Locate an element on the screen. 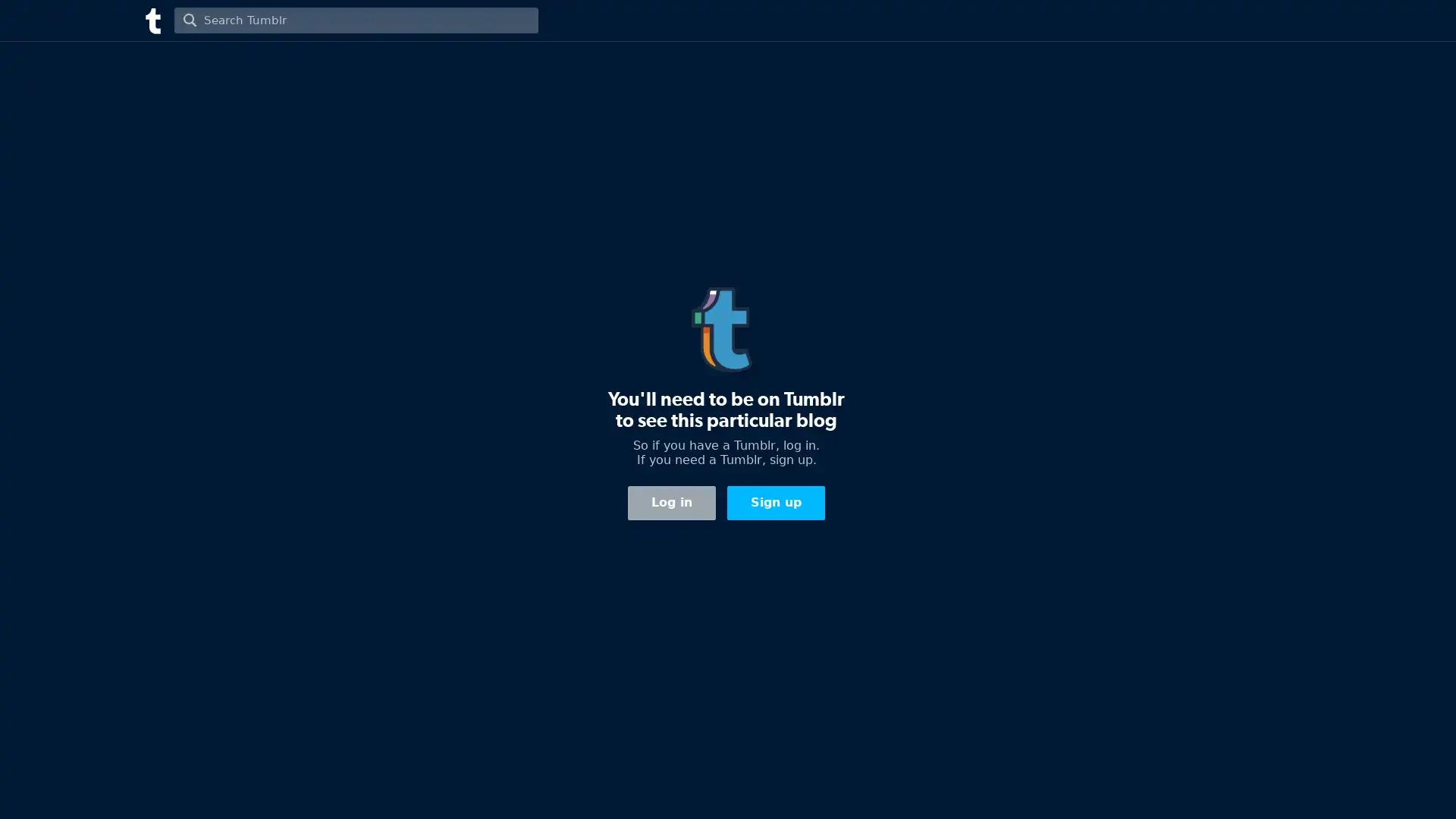  Log in is located at coordinates (671, 503).